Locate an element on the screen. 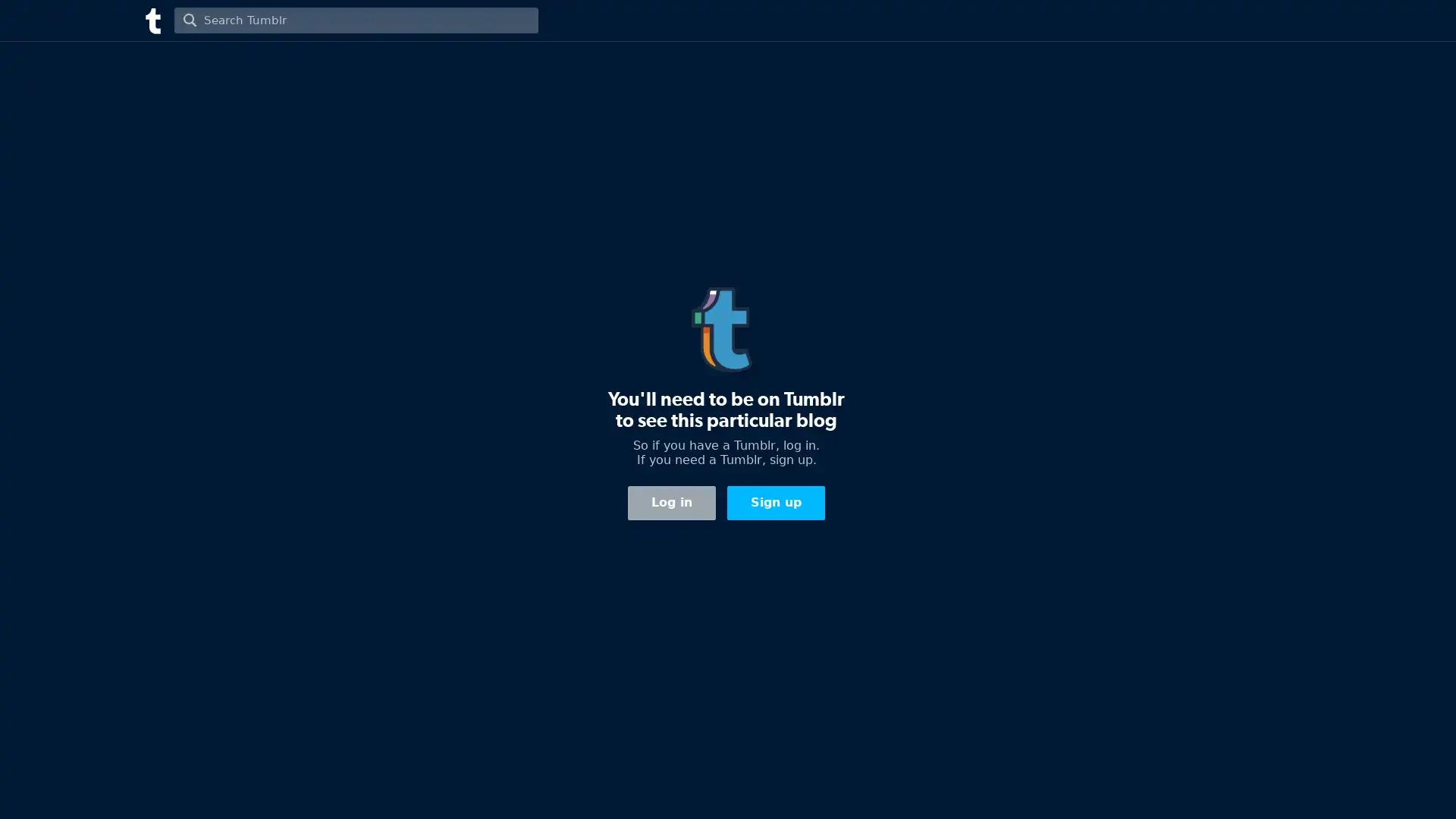  Log in is located at coordinates (671, 503).